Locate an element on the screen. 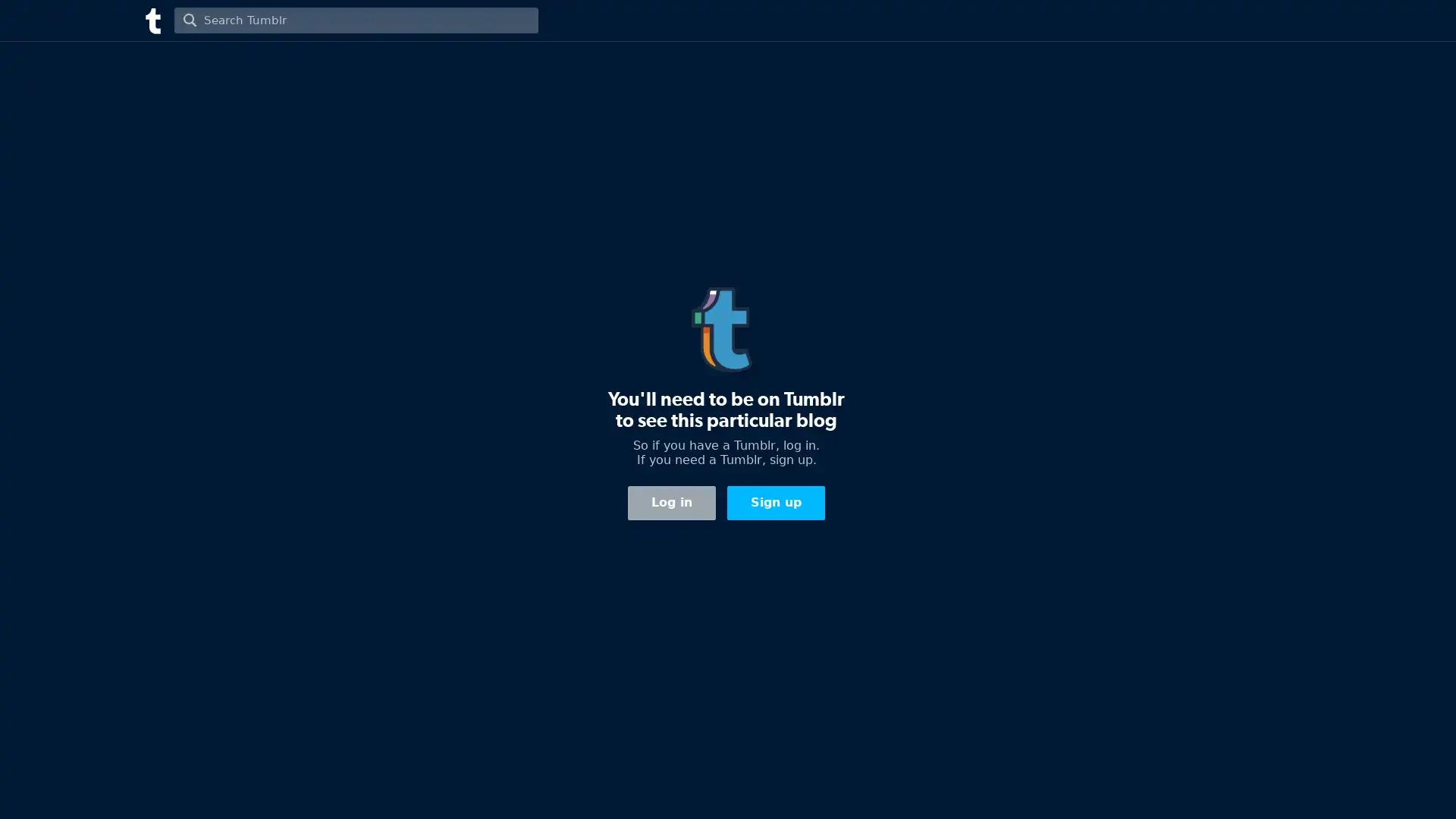  Log in is located at coordinates (671, 503).